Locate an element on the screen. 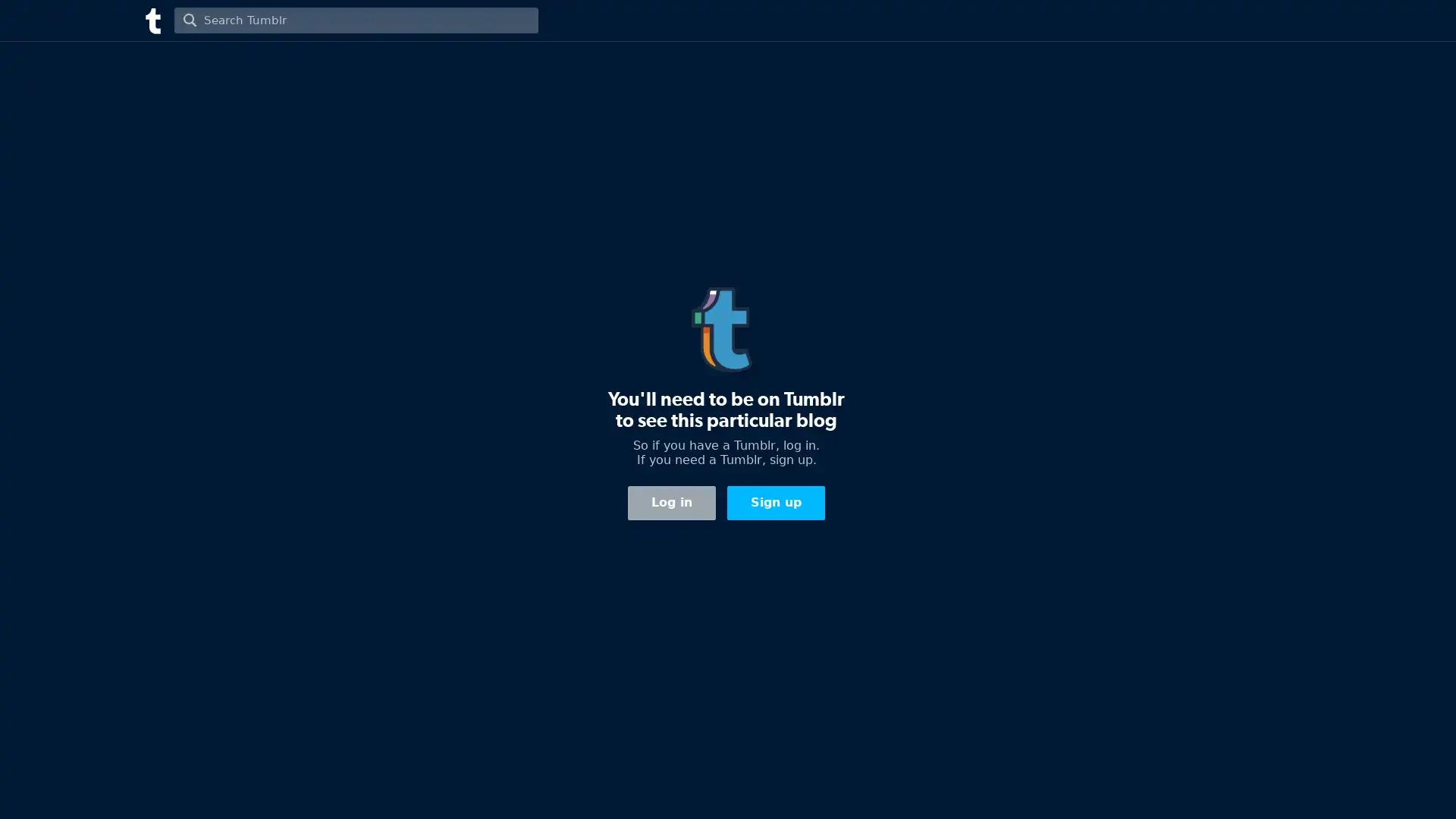  Log in is located at coordinates (671, 503).